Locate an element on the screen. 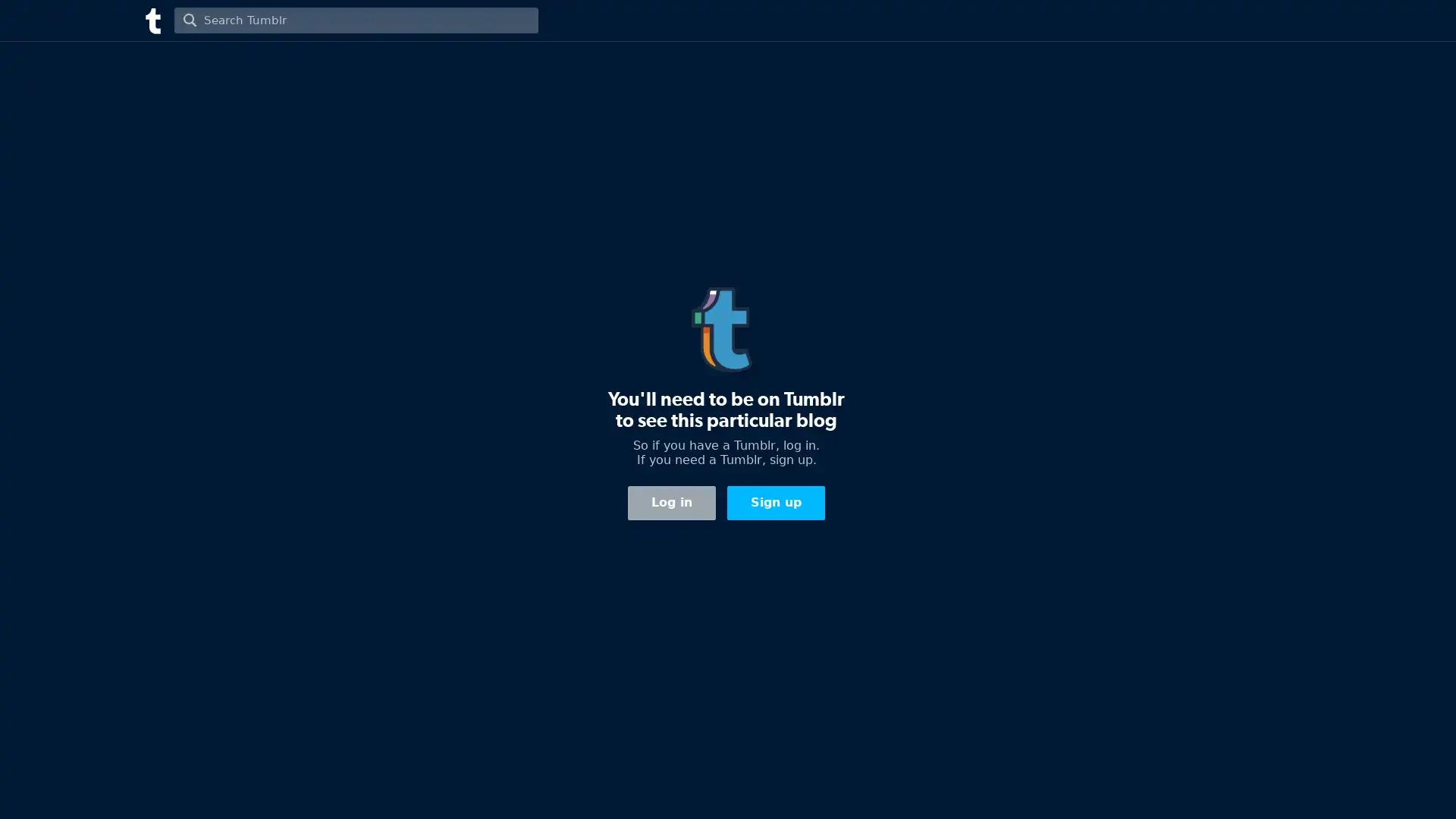  Log in is located at coordinates (671, 503).